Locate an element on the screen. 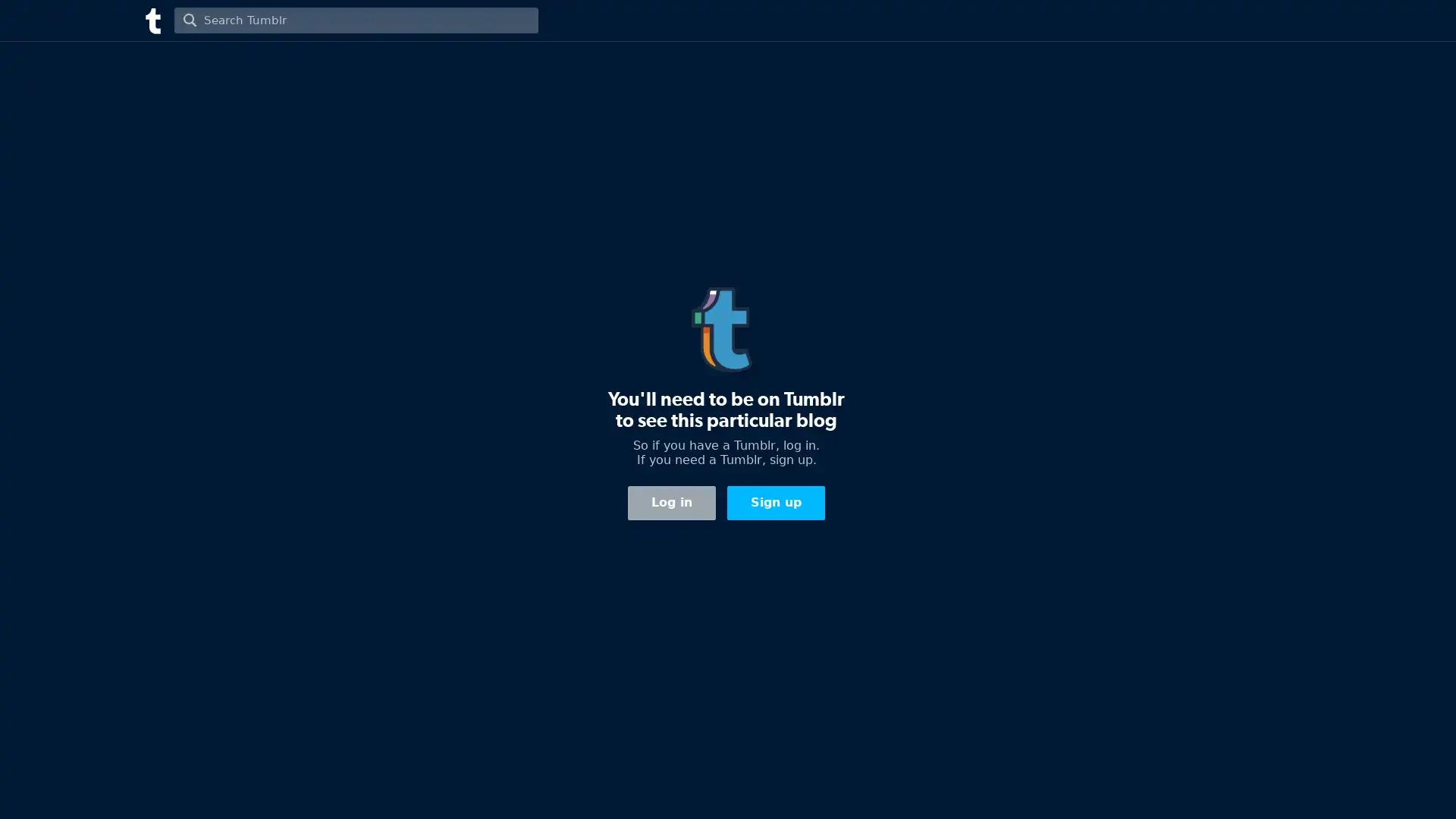  Log in is located at coordinates (671, 503).